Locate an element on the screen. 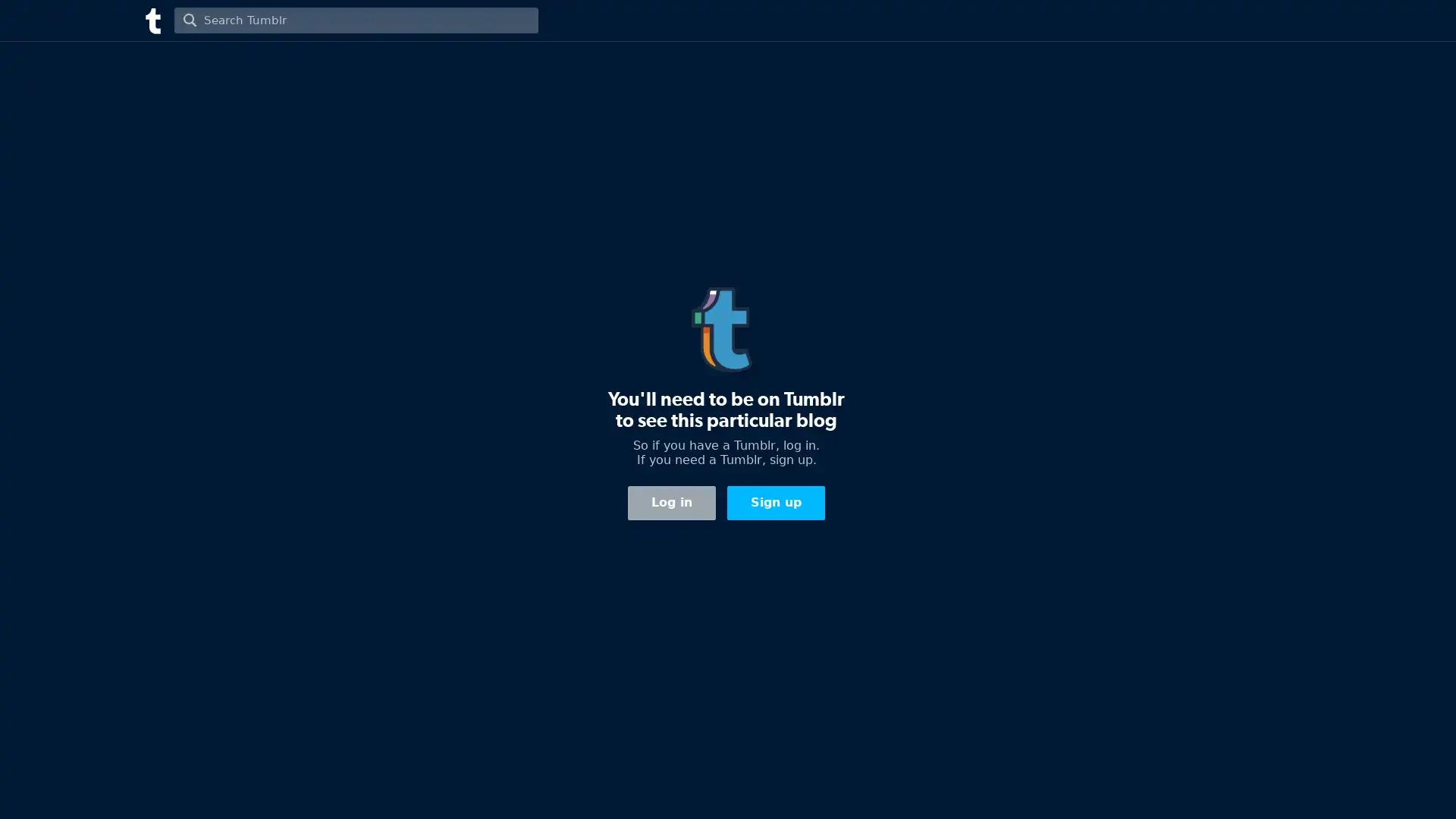  Log in is located at coordinates (671, 503).